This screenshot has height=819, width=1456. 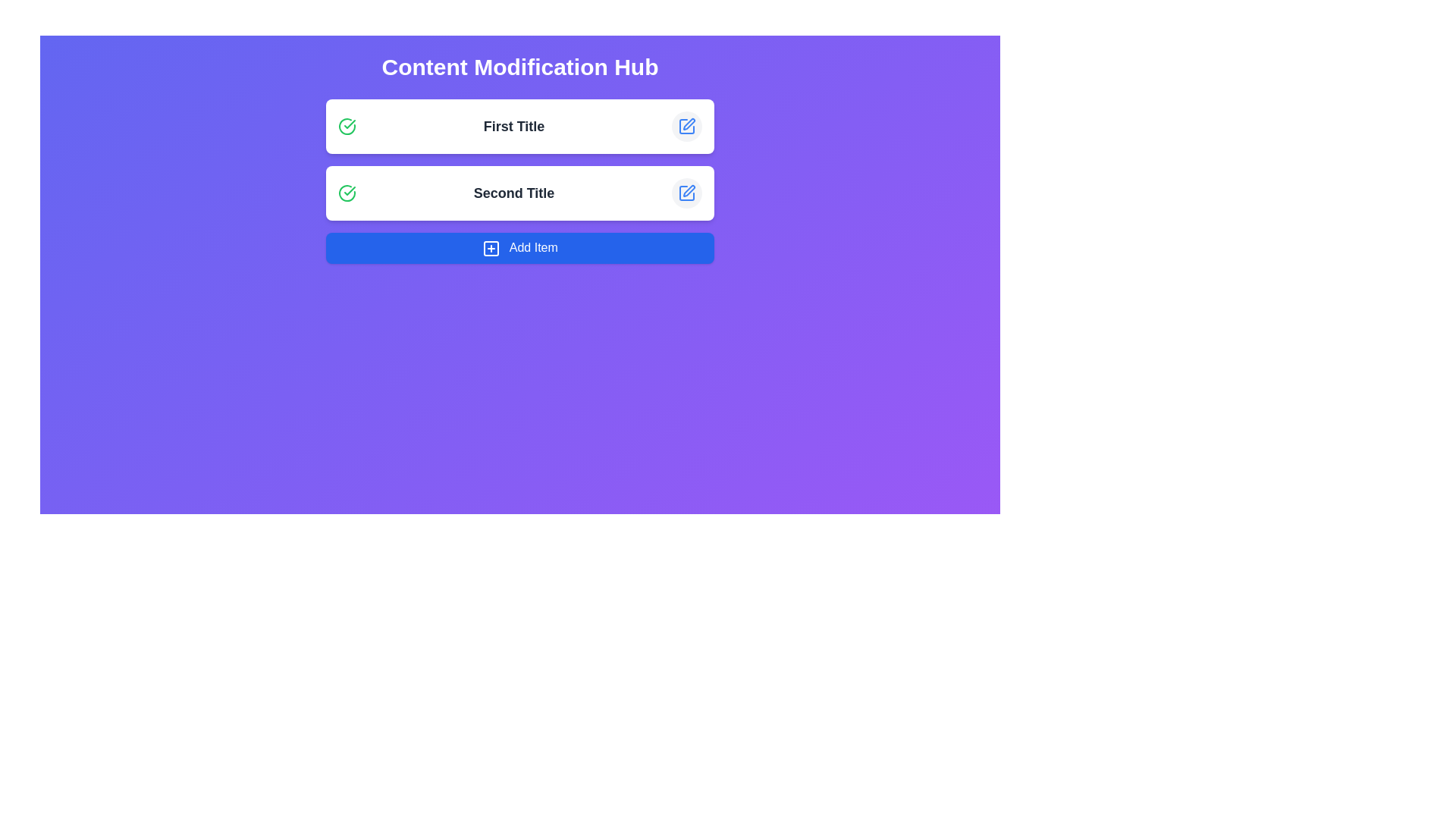 I want to click on the blue square-shaped icon button with a white pen icon located at the top-right corner of the card titled 'First Title' to initiate the edit action, so click(x=686, y=125).